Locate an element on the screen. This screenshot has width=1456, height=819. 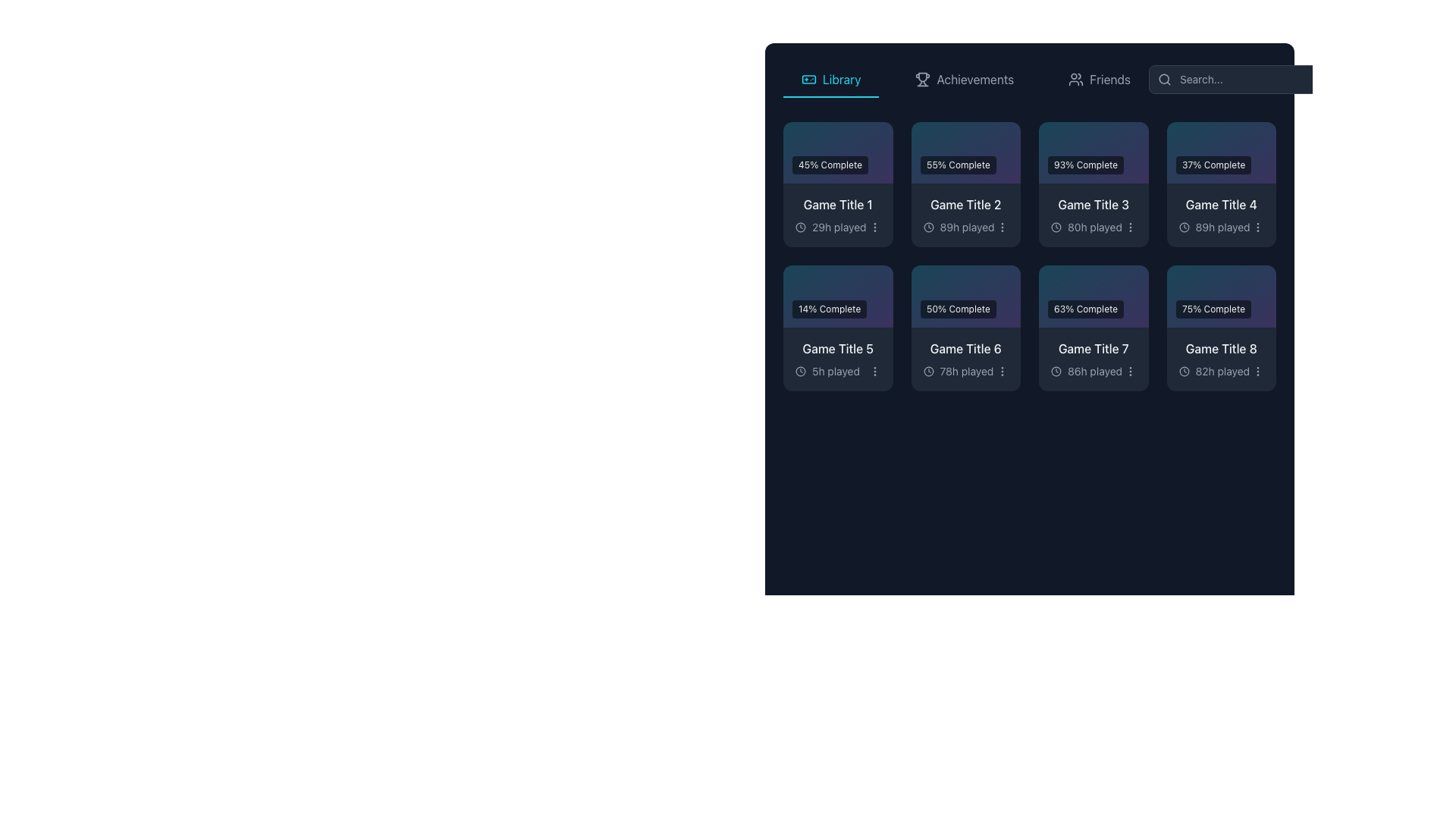
the '82h played' text with clock icon located under the 'Game Title 8' in the card layout is located at coordinates (1221, 371).